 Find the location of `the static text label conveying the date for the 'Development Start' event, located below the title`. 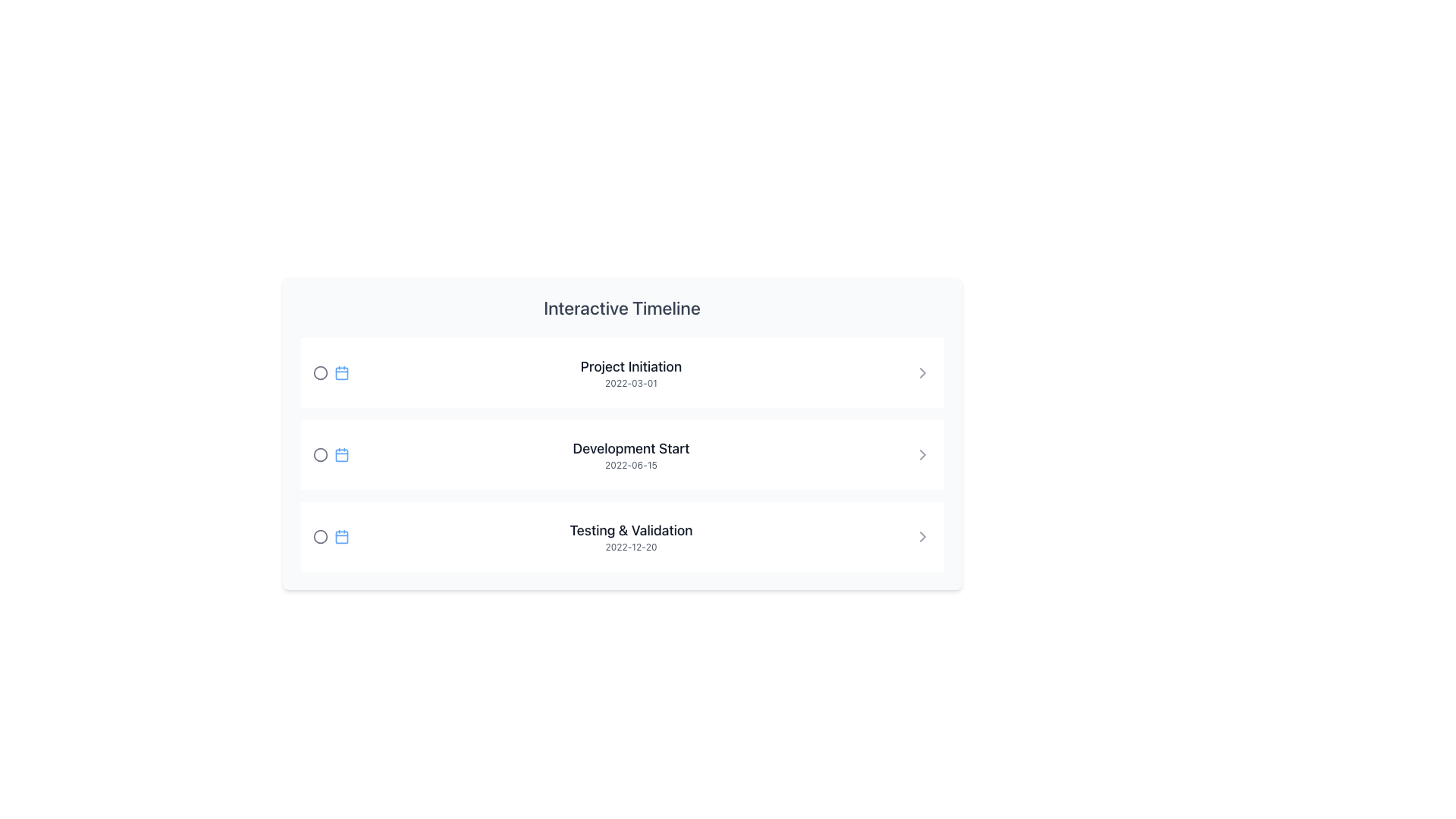

the static text label conveying the date for the 'Development Start' event, located below the title is located at coordinates (631, 464).